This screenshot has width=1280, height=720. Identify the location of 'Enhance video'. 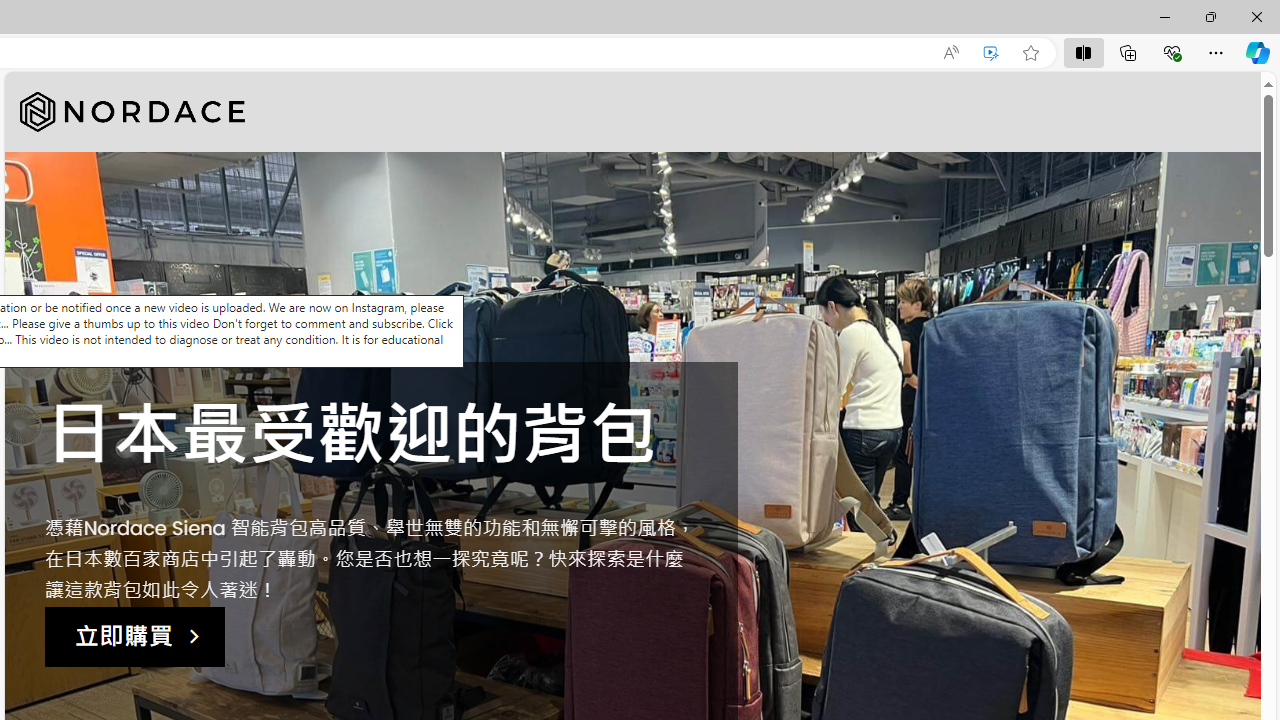
(991, 52).